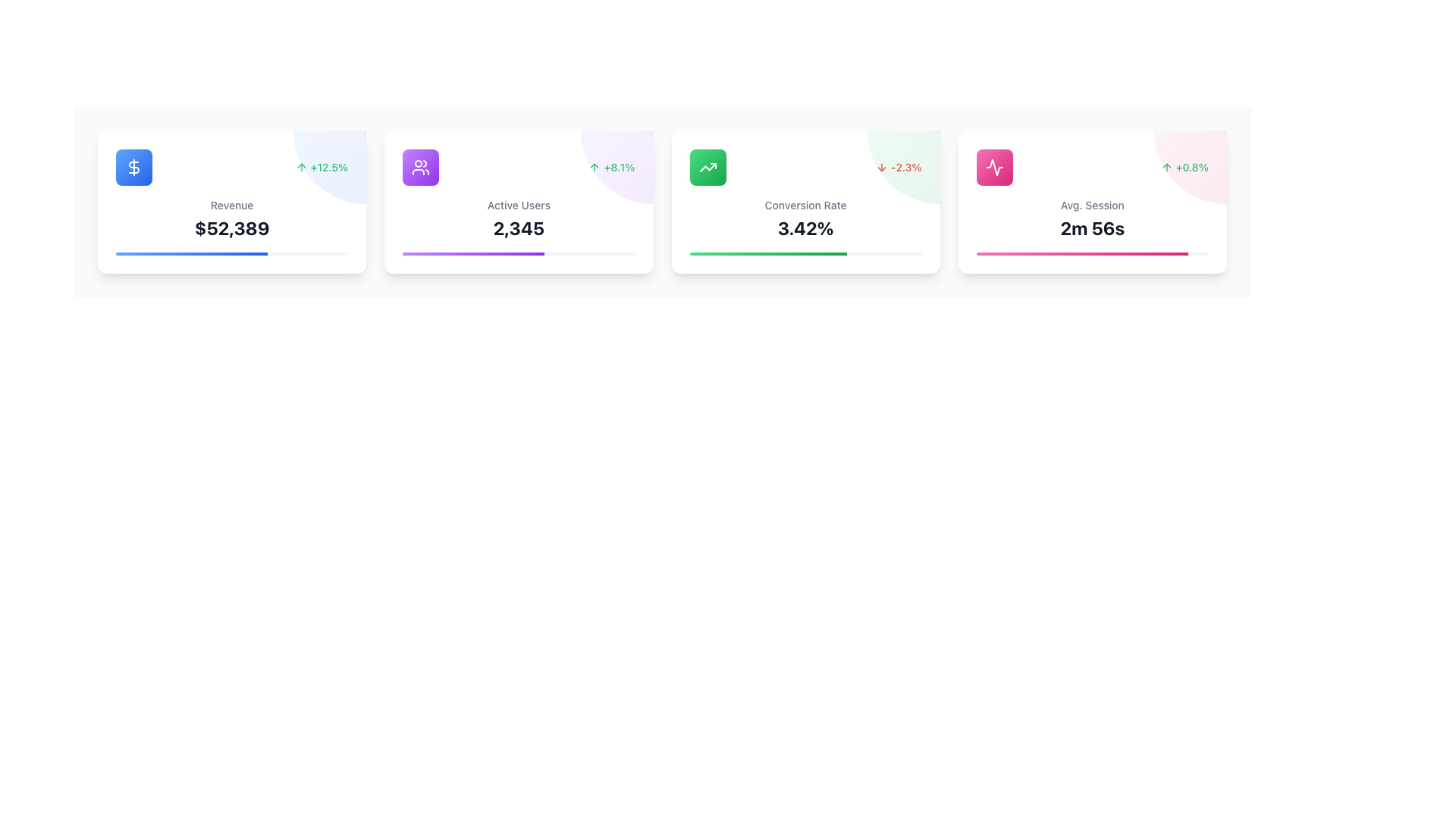  What do you see at coordinates (611, 167) in the screenshot?
I see `the Text Label displaying '+8.1%' in green color with an upward arrow icon, located on the right side of the 'Active Users' card, above the numeric value '2,345'` at bounding box center [611, 167].